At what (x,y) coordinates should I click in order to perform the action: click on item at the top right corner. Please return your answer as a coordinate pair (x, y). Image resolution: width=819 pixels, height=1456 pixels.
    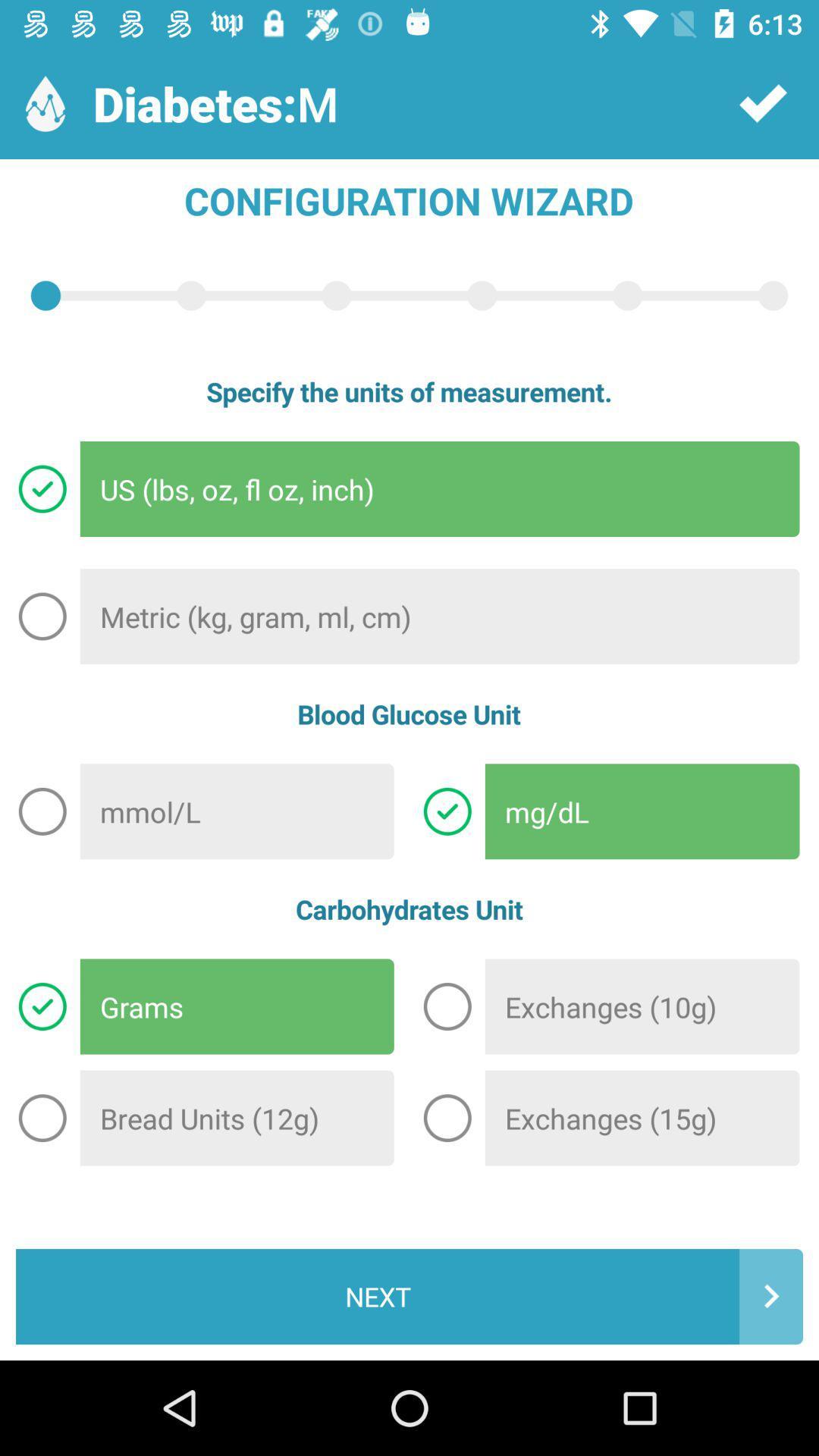
    Looking at the image, I should click on (763, 102).